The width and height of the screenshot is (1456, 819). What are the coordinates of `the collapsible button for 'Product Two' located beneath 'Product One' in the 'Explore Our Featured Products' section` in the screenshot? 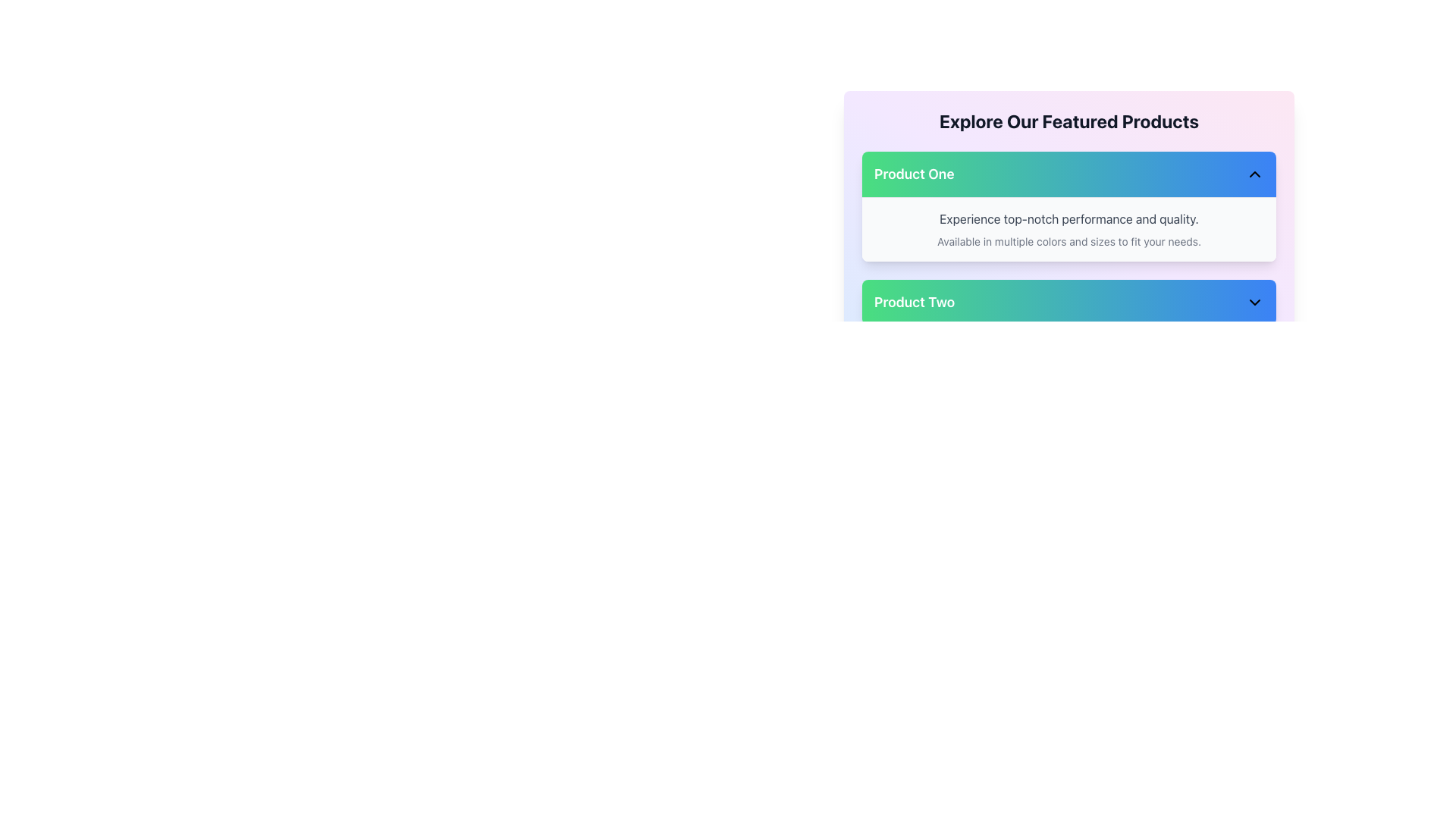 It's located at (1068, 302).